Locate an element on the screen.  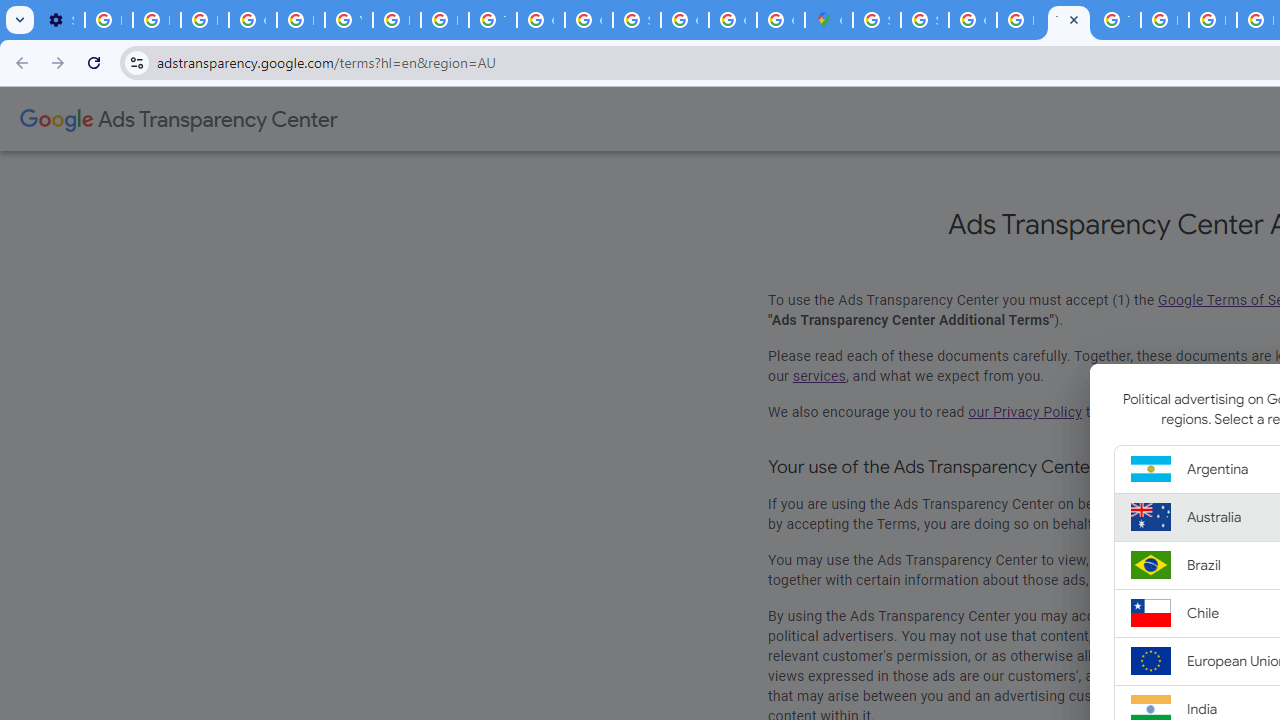
'Settings - Customize profile' is located at coordinates (60, 20).